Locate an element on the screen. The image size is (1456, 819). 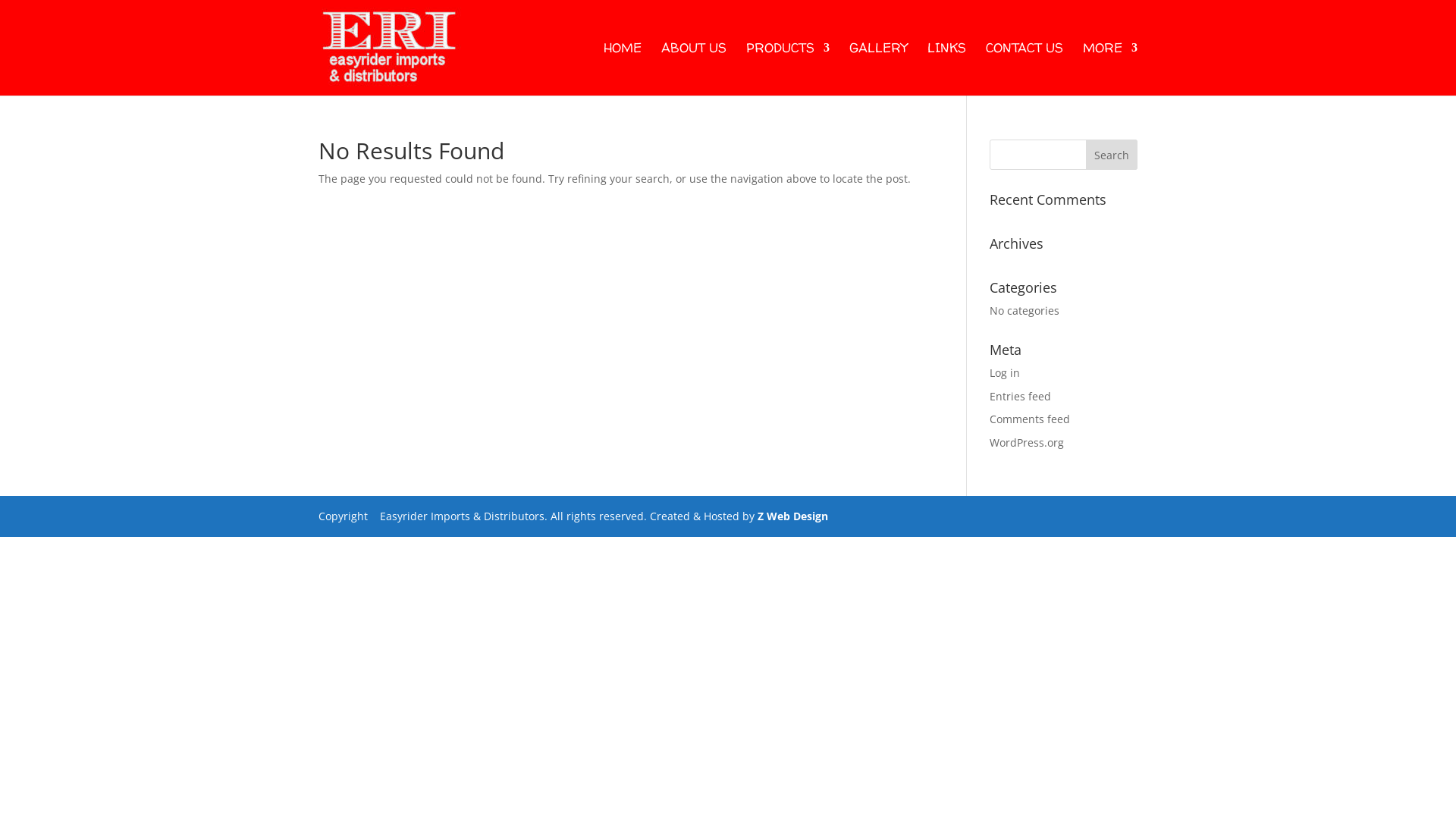
'WordPress.org' is located at coordinates (1026, 442).